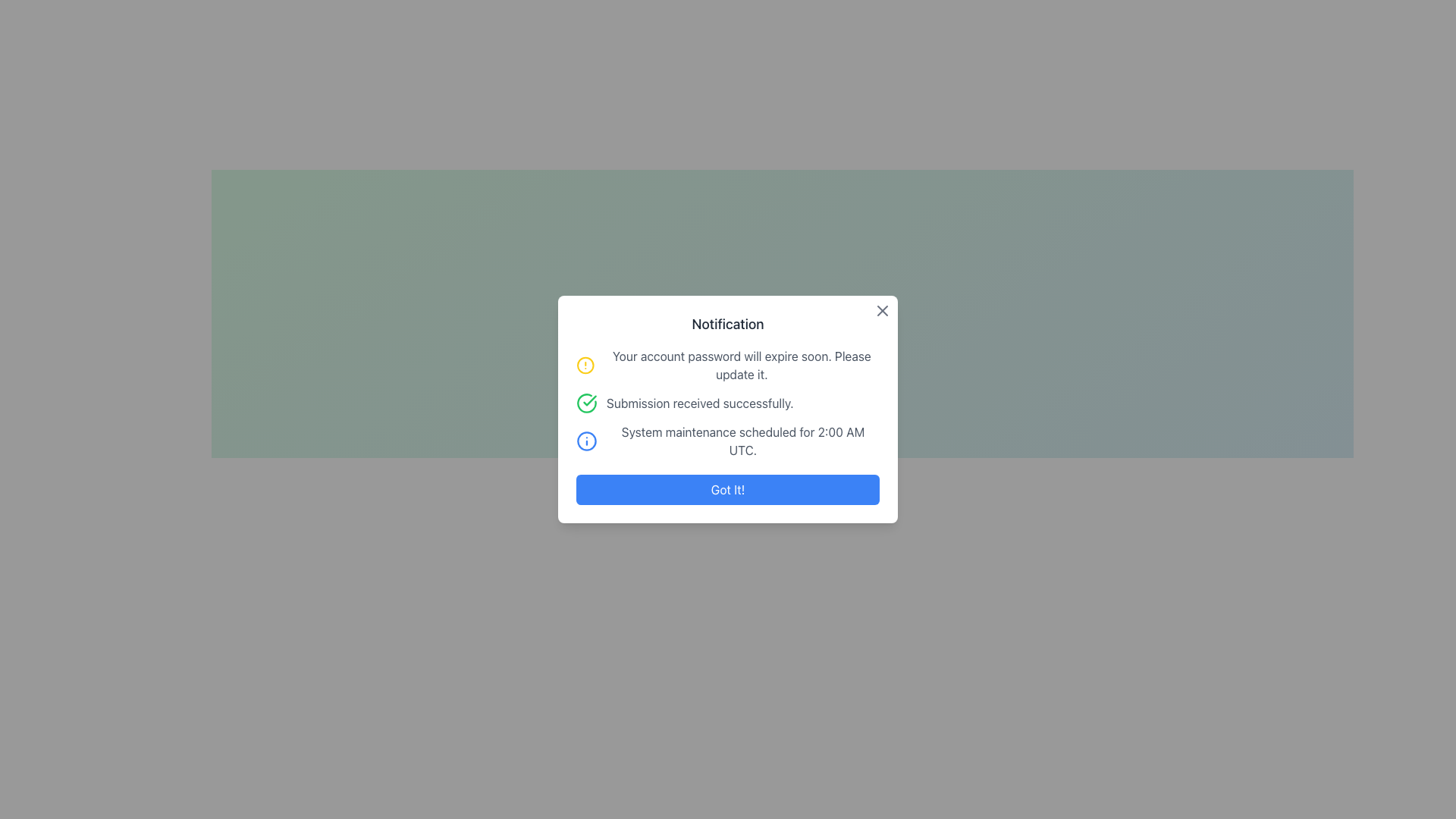  Describe the element at coordinates (882, 309) in the screenshot. I see `the close icon styled as an 'X' located in the top right corner of the white modal window to change its color` at that location.